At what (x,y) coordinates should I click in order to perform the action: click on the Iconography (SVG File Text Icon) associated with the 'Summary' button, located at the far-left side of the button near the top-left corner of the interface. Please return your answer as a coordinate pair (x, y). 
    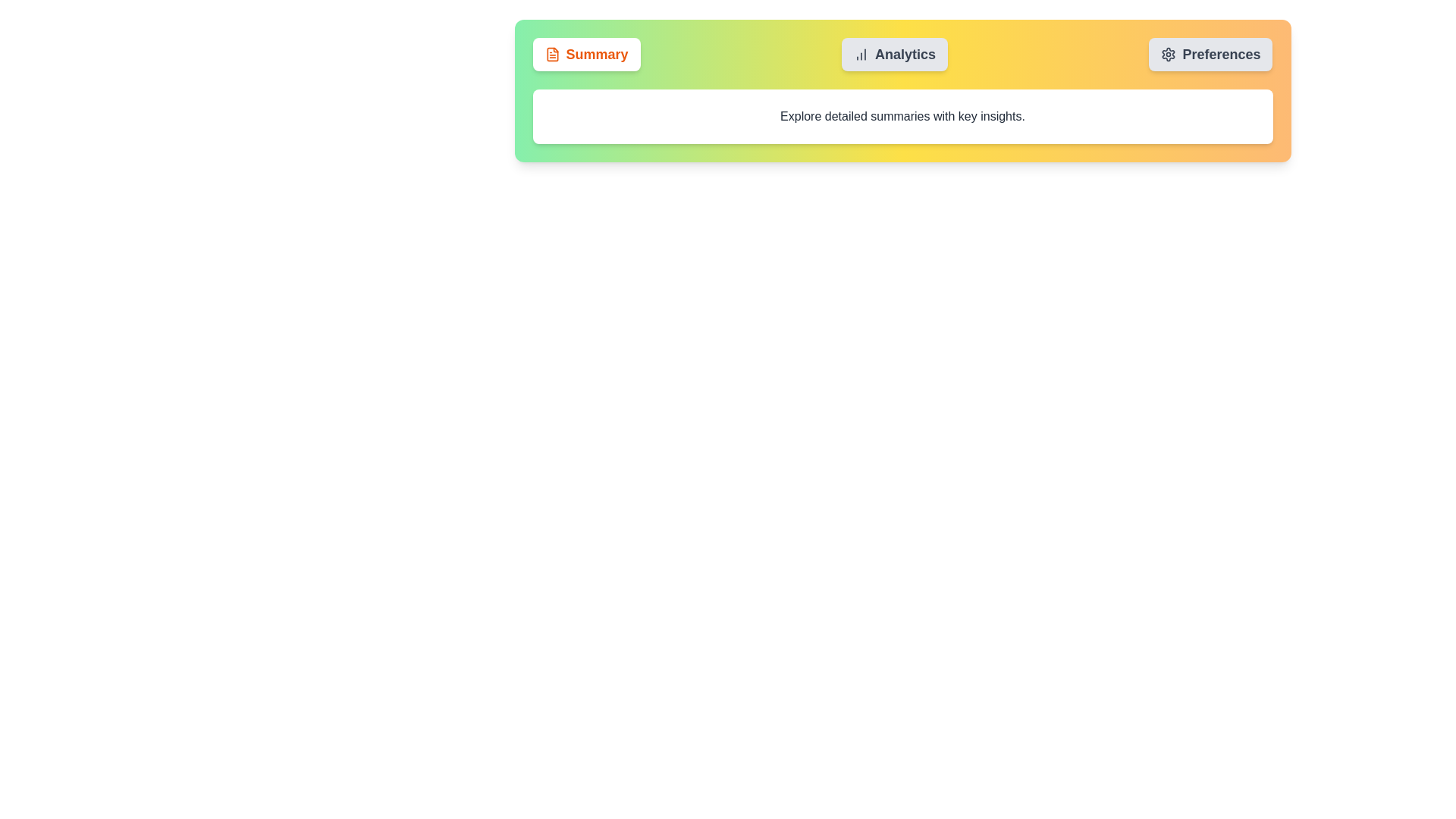
    Looking at the image, I should click on (551, 54).